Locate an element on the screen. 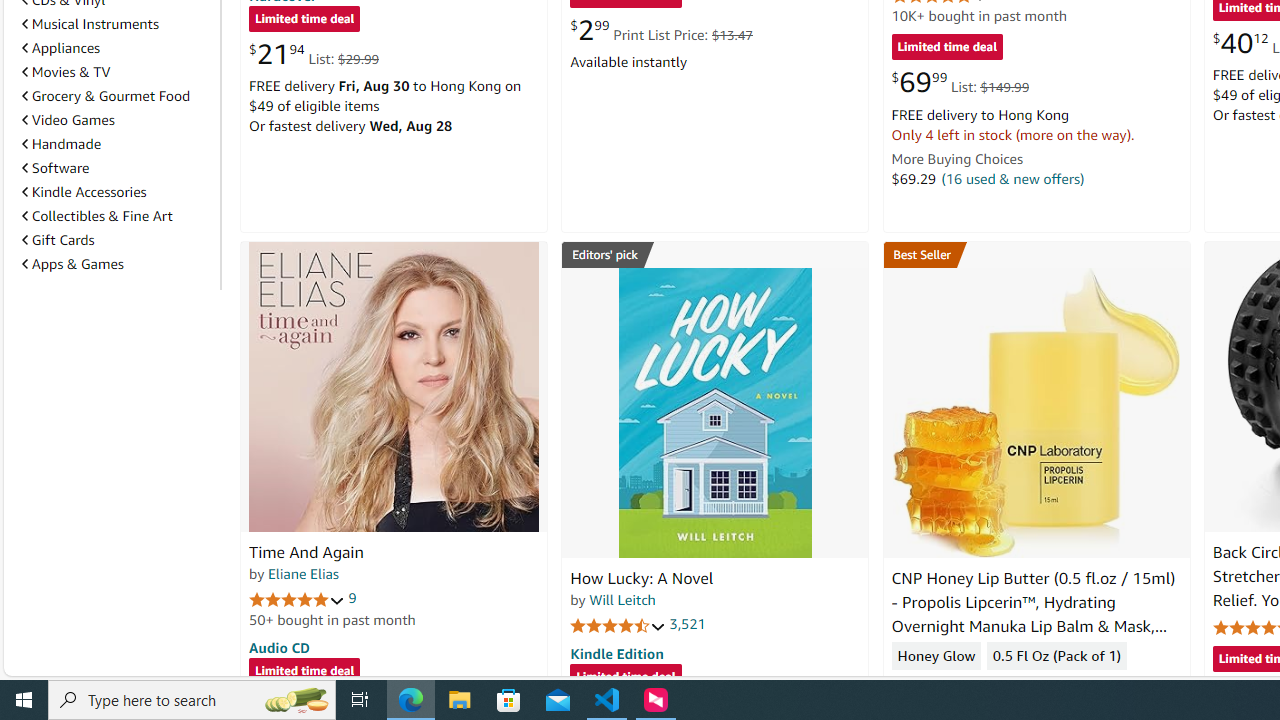 The height and width of the screenshot is (720, 1280). 'Appliances' is located at coordinates (61, 46).